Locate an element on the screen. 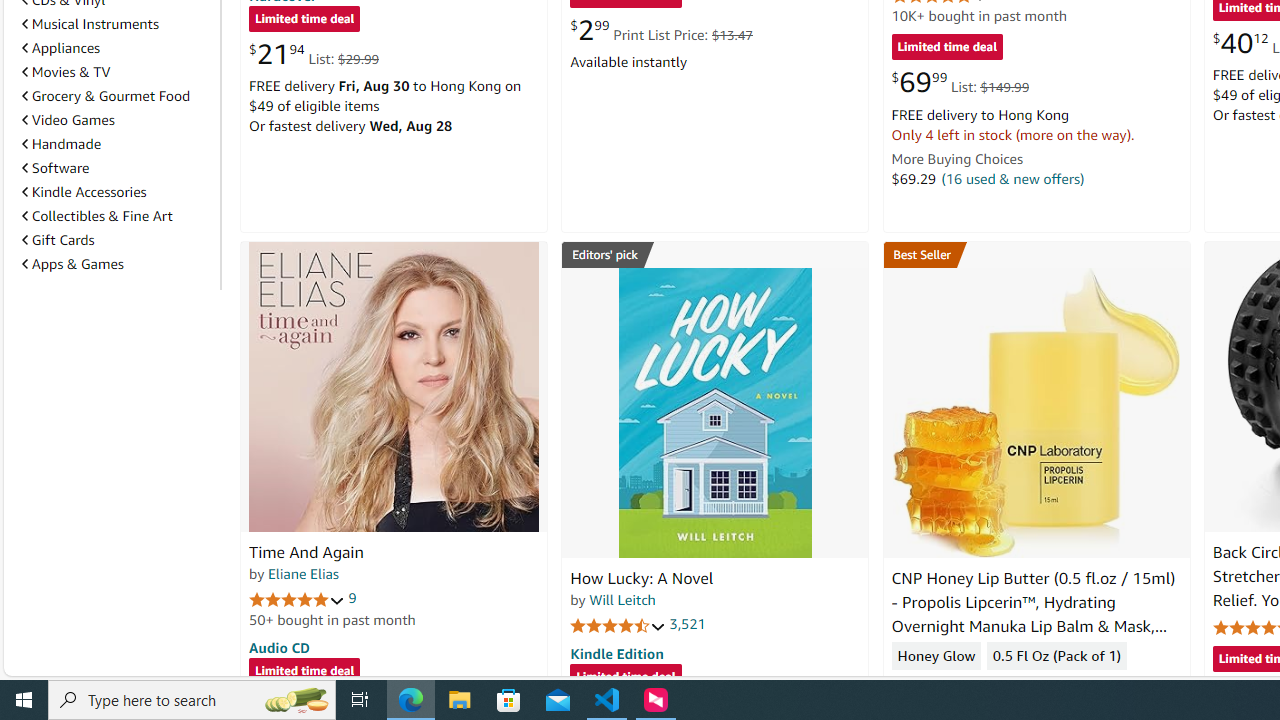 The height and width of the screenshot is (720, 1280). 'Appliances' is located at coordinates (61, 46).